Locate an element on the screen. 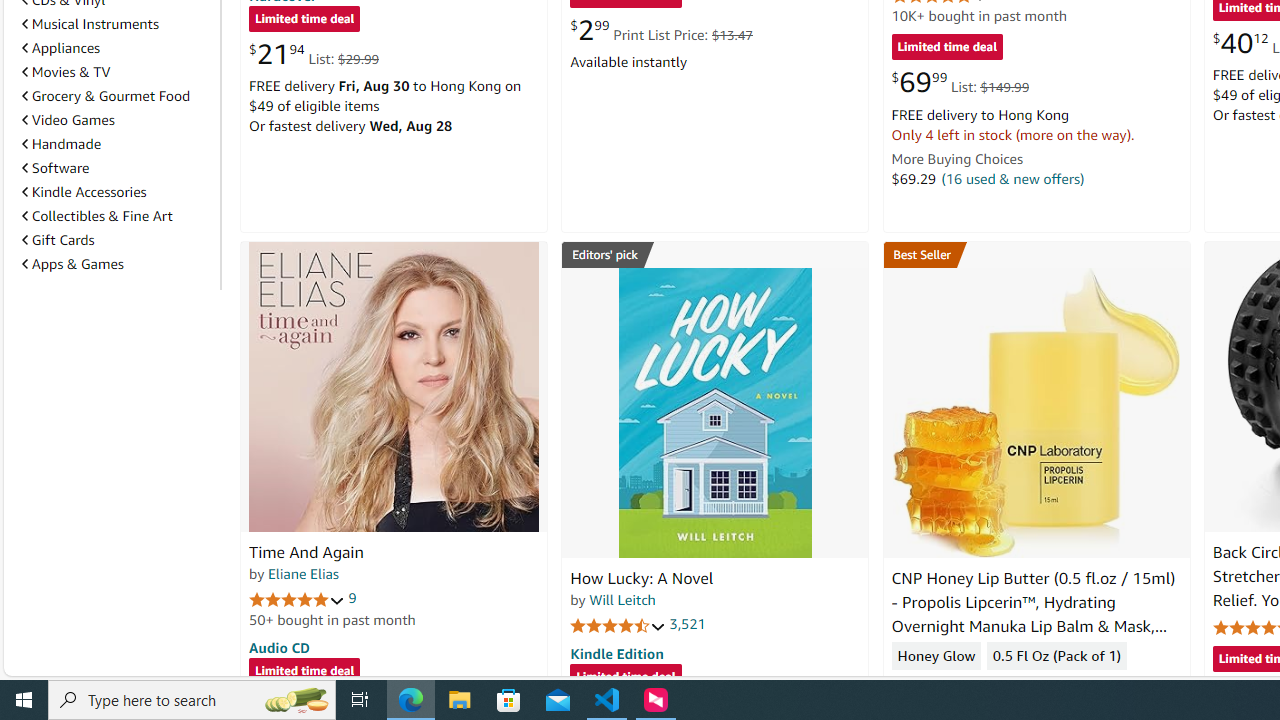 The height and width of the screenshot is (720, 1280). 'Appliances' is located at coordinates (61, 46).